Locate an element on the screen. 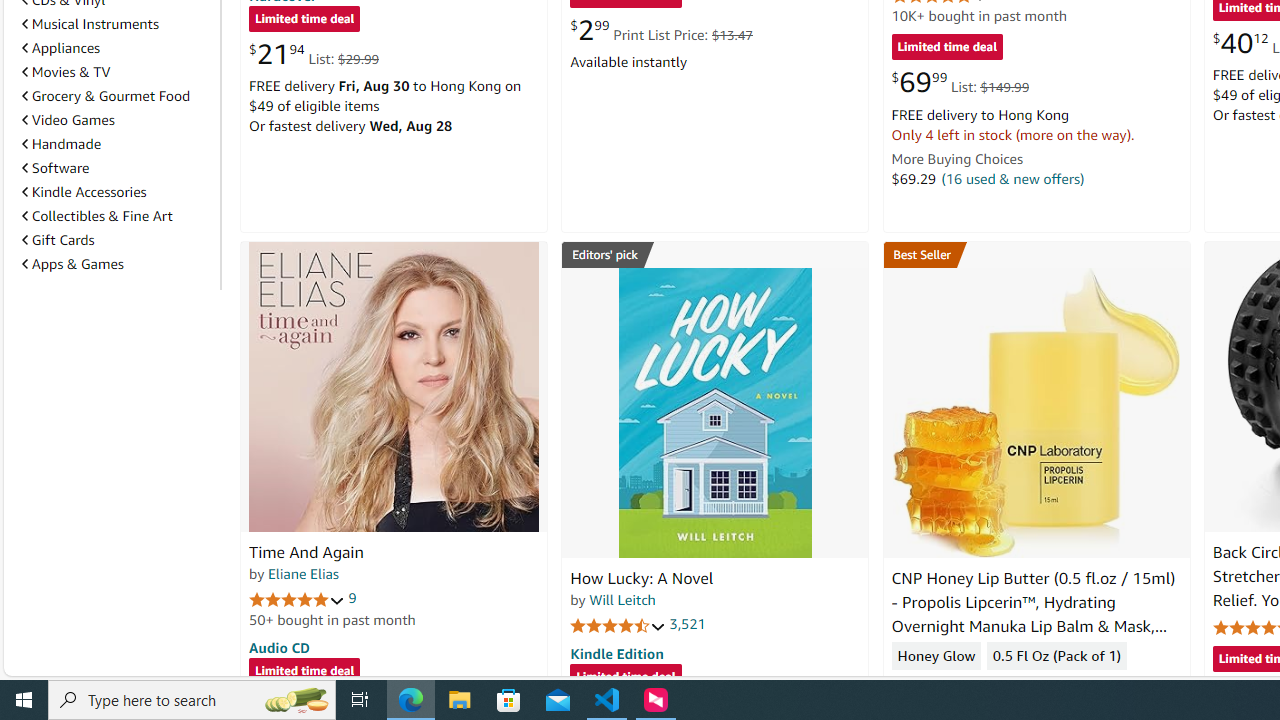 The height and width of the screenshot is (720, 1280). 'Appliances' is located at coordinates (61, 46).